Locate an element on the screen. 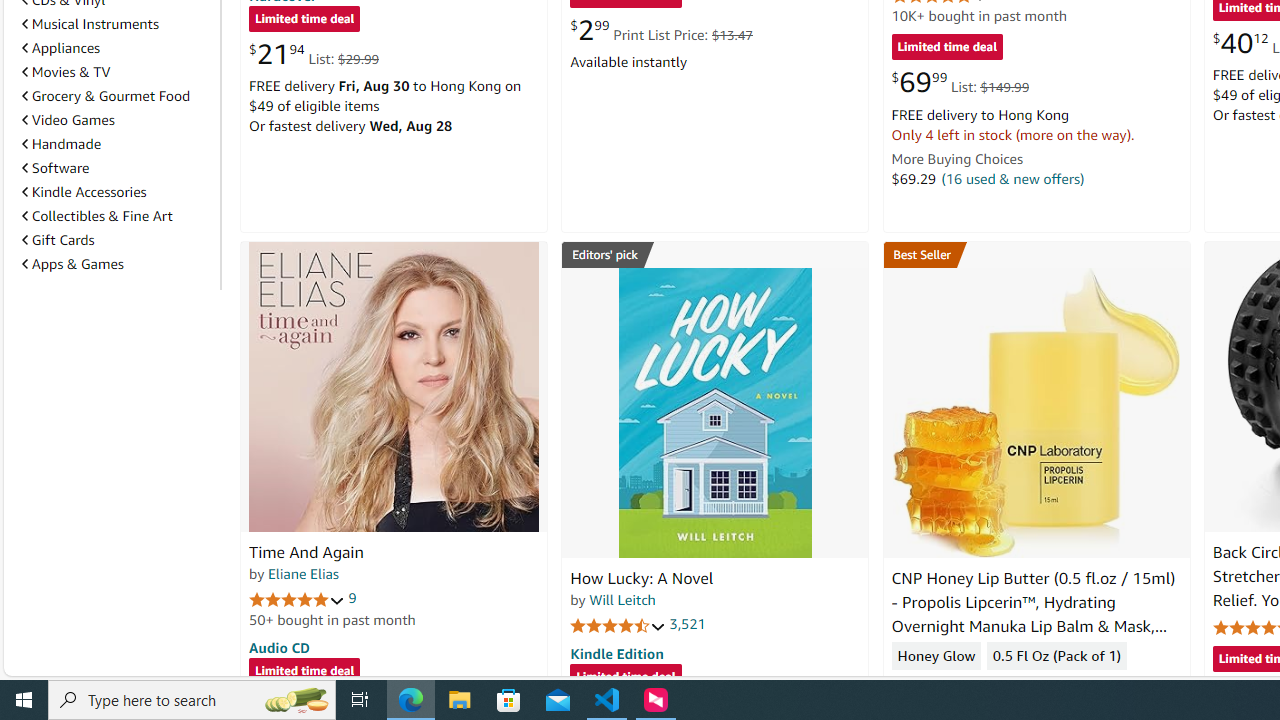 The height and width of the screenshot is (720, 1280). 'Appliances' is located at coordinates (61, 46).